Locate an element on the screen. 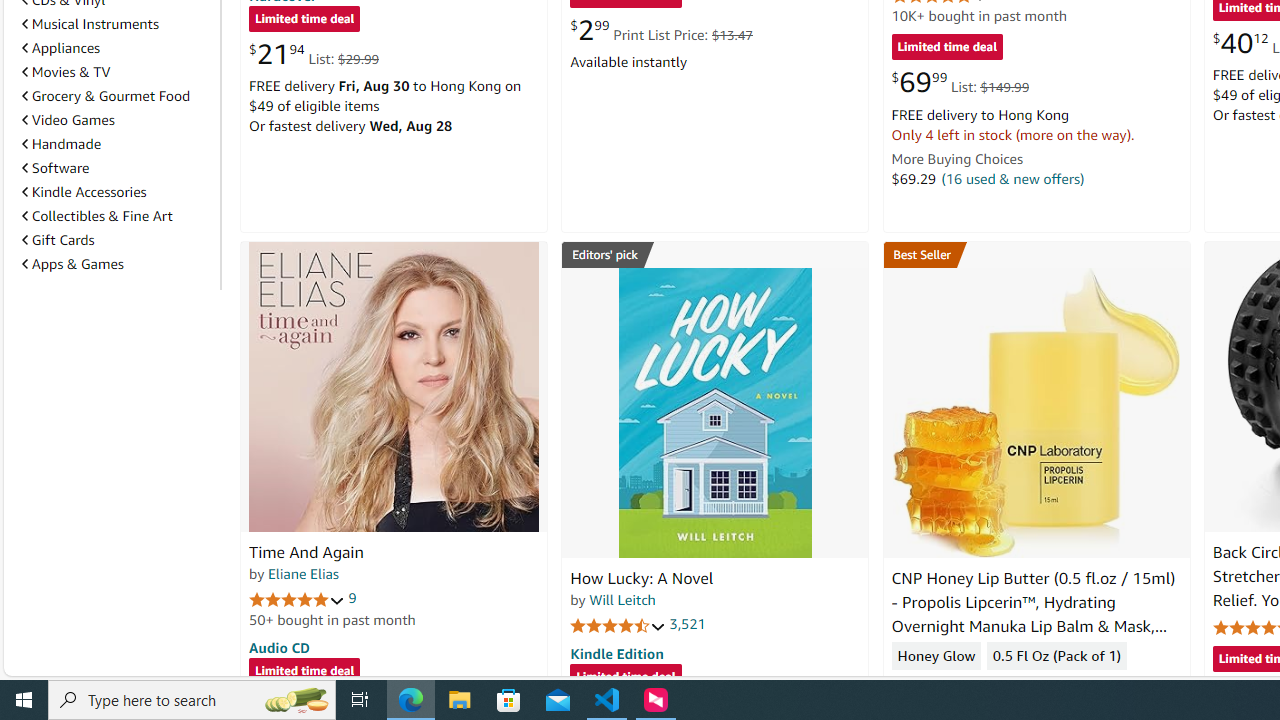 The height and width of the screenshot is (720, 1280). 'Appliances' is located at coordinates (61, 46).